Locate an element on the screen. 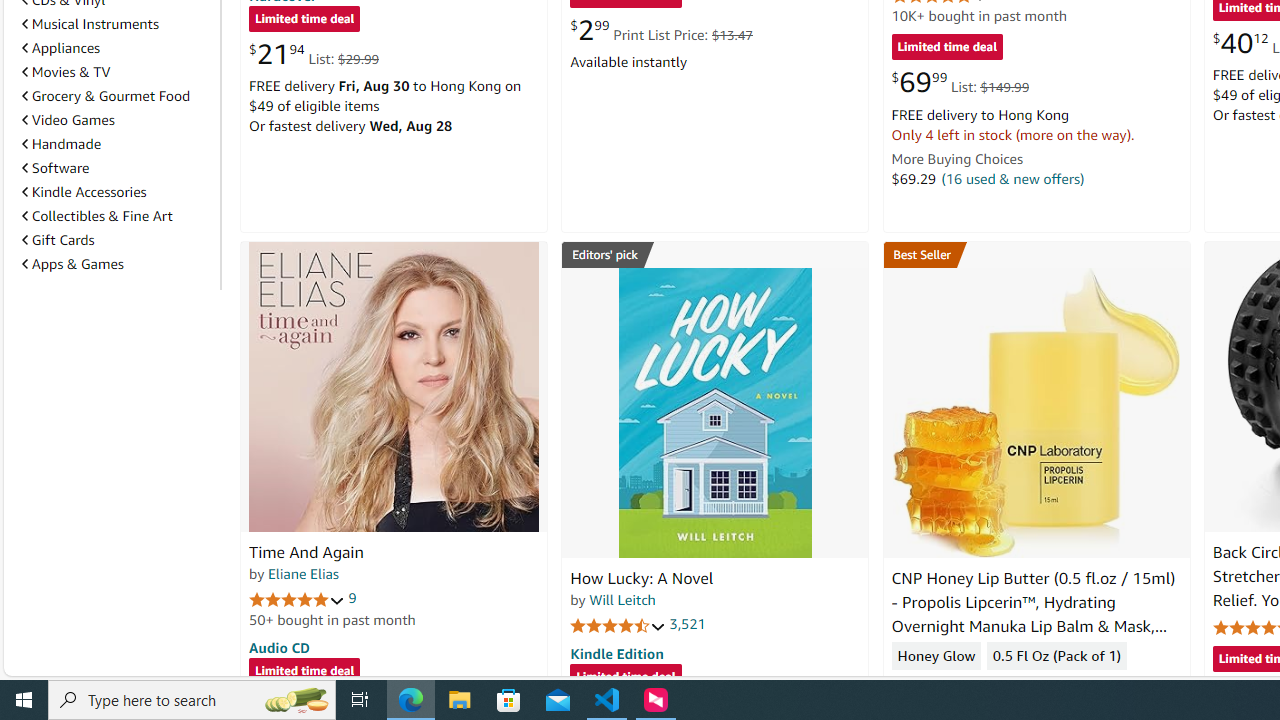 The height and width of the screenshot is (720, 1280). 'Appliances' is located at coordinates (61, 46).